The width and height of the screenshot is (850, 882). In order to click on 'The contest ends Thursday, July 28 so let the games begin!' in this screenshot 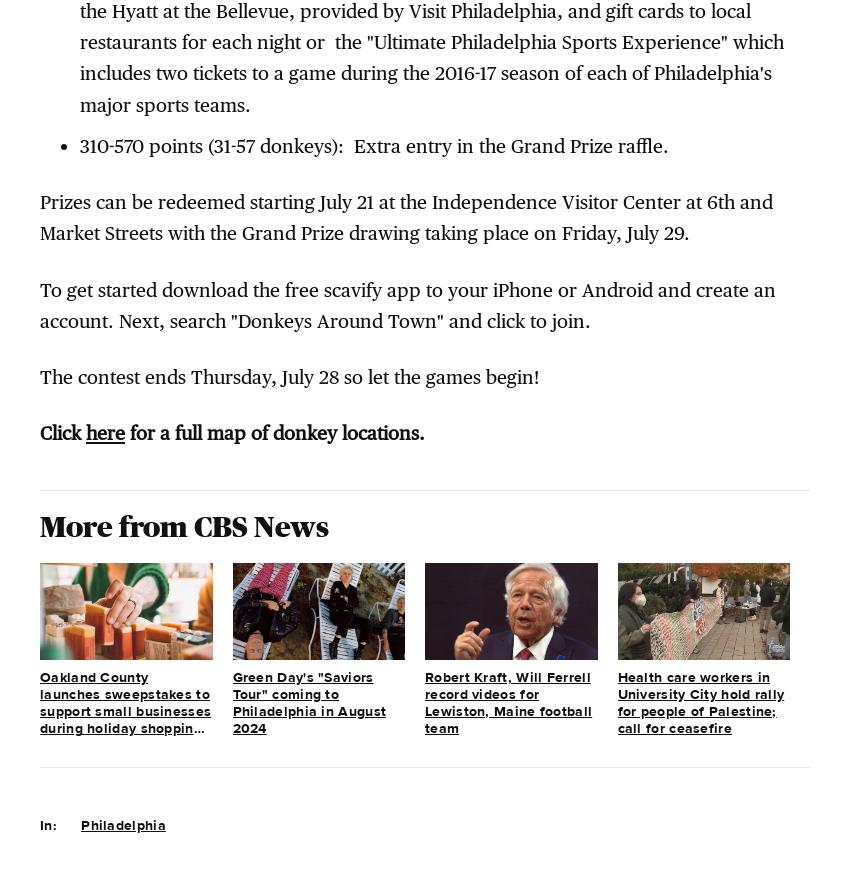, I will do `click(288, 375)`.